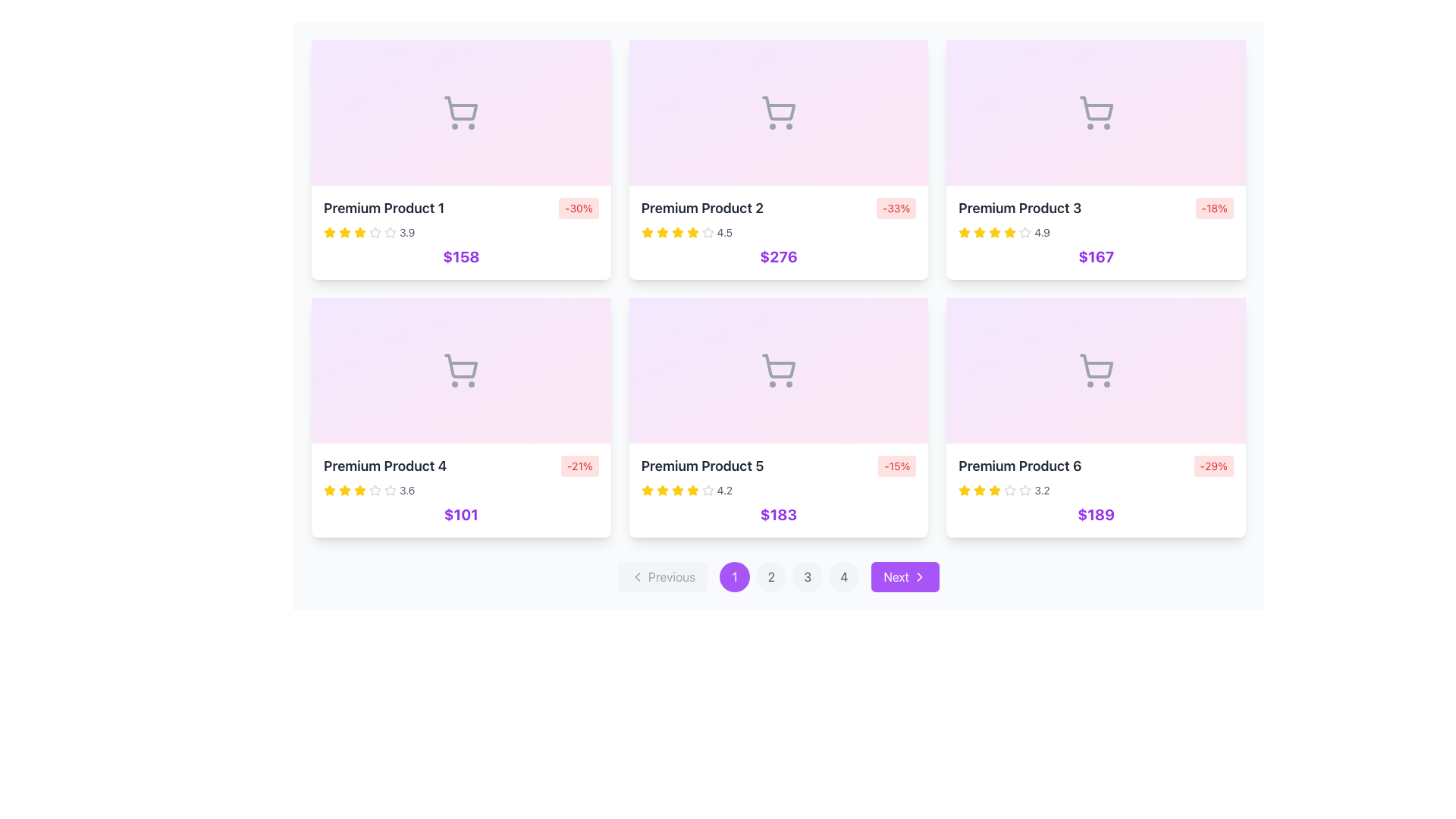 The height and width of the screenshot is (819, 1456). Describe the element at coordinates (1020, 208) in the screenshot. I see `text label 'Premium Product 3' which is styled with a large font, bold weight, and dark gray color, located in the top-right card of a grid of six cards, positioned just below the shopping cart icon` at that location.